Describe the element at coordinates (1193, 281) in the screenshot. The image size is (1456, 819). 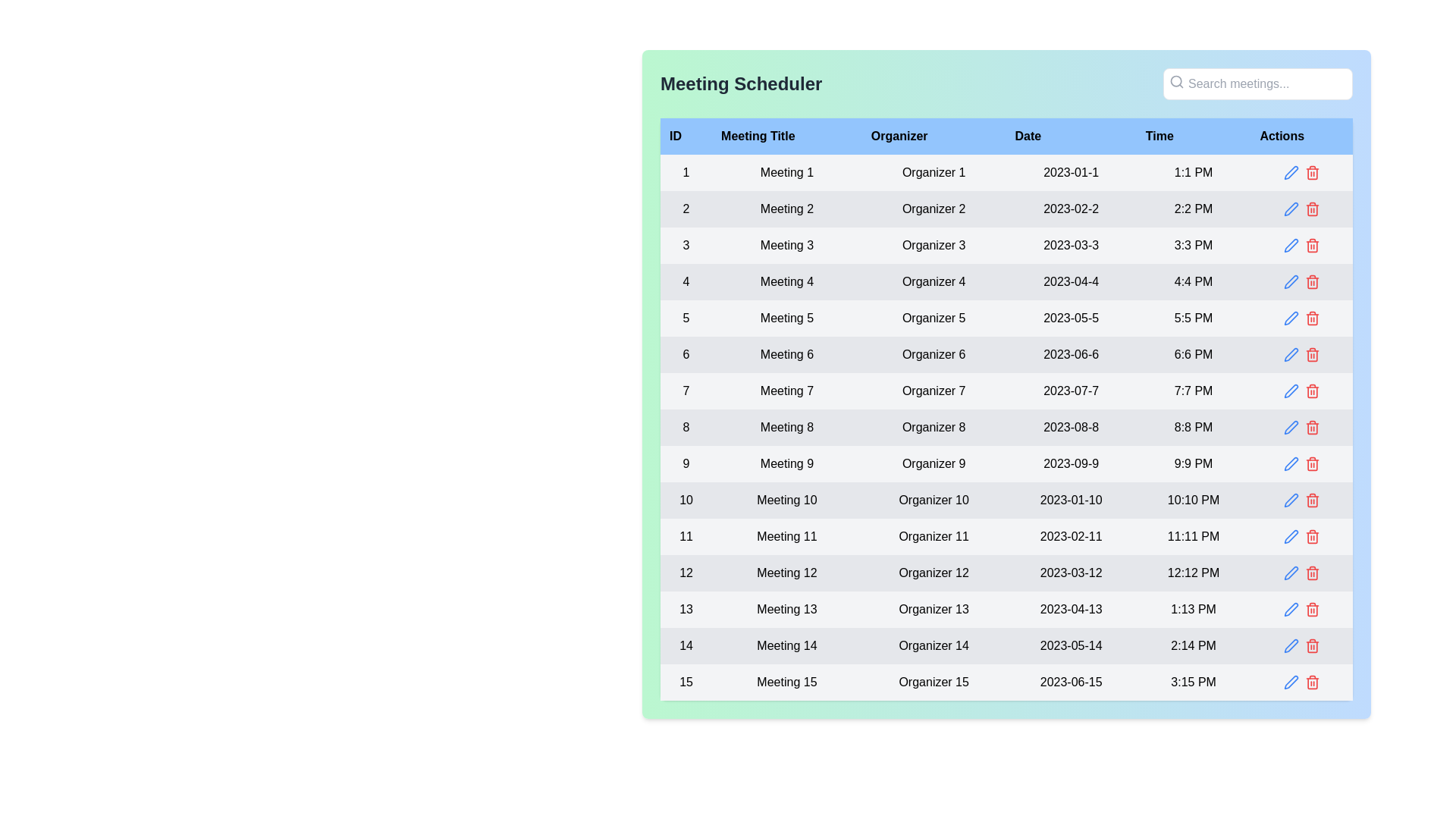
I see `the non-interactive Text display showing the scheduled time of the meeting (4:4 PM) located under the 'Time' column in the row labeled 'Organizer 4' and '2023-04-4'` at that location.